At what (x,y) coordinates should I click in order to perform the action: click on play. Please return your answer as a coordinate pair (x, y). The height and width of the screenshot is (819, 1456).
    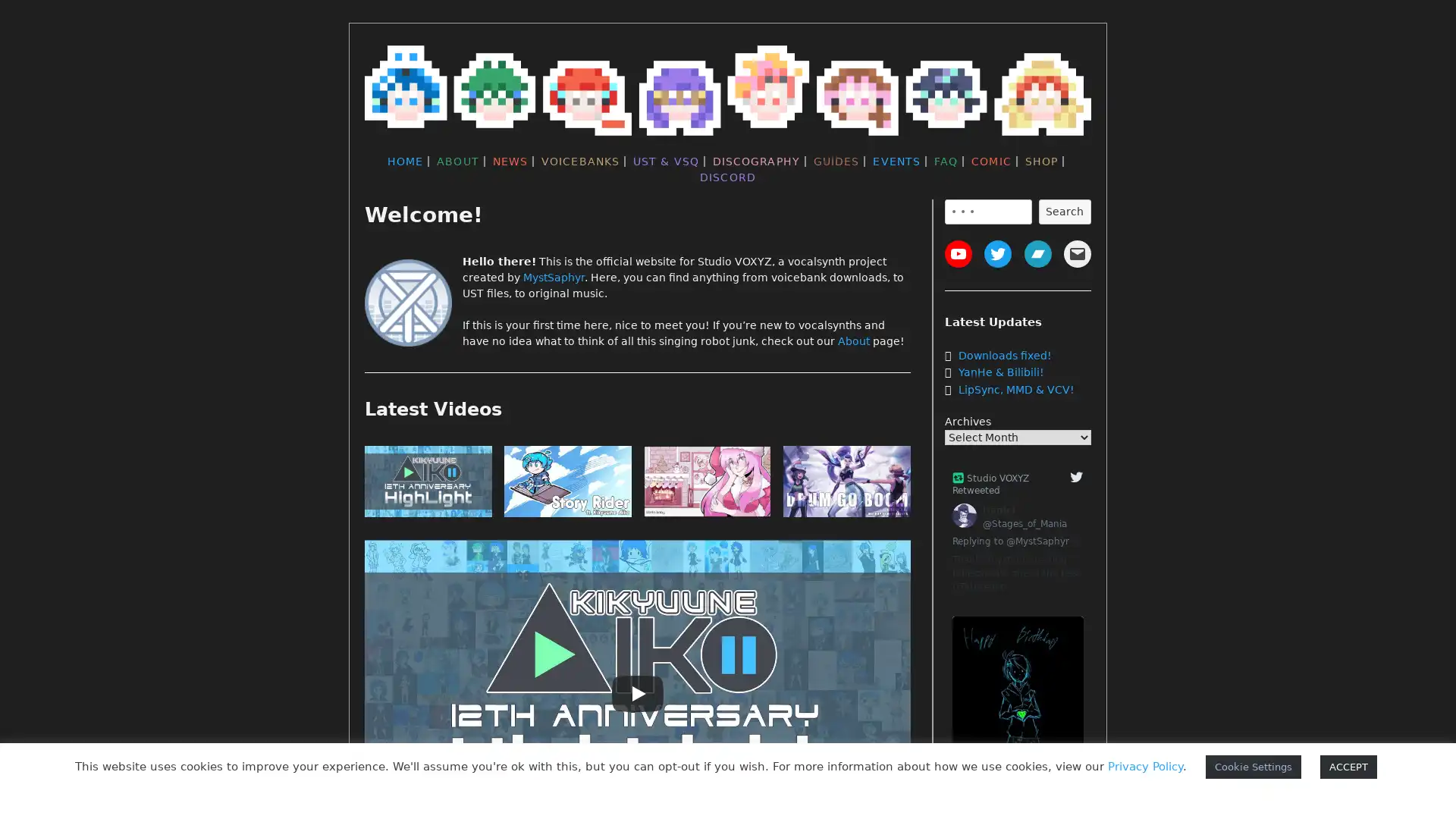
    Looking at the image, I should click on (428, 485).